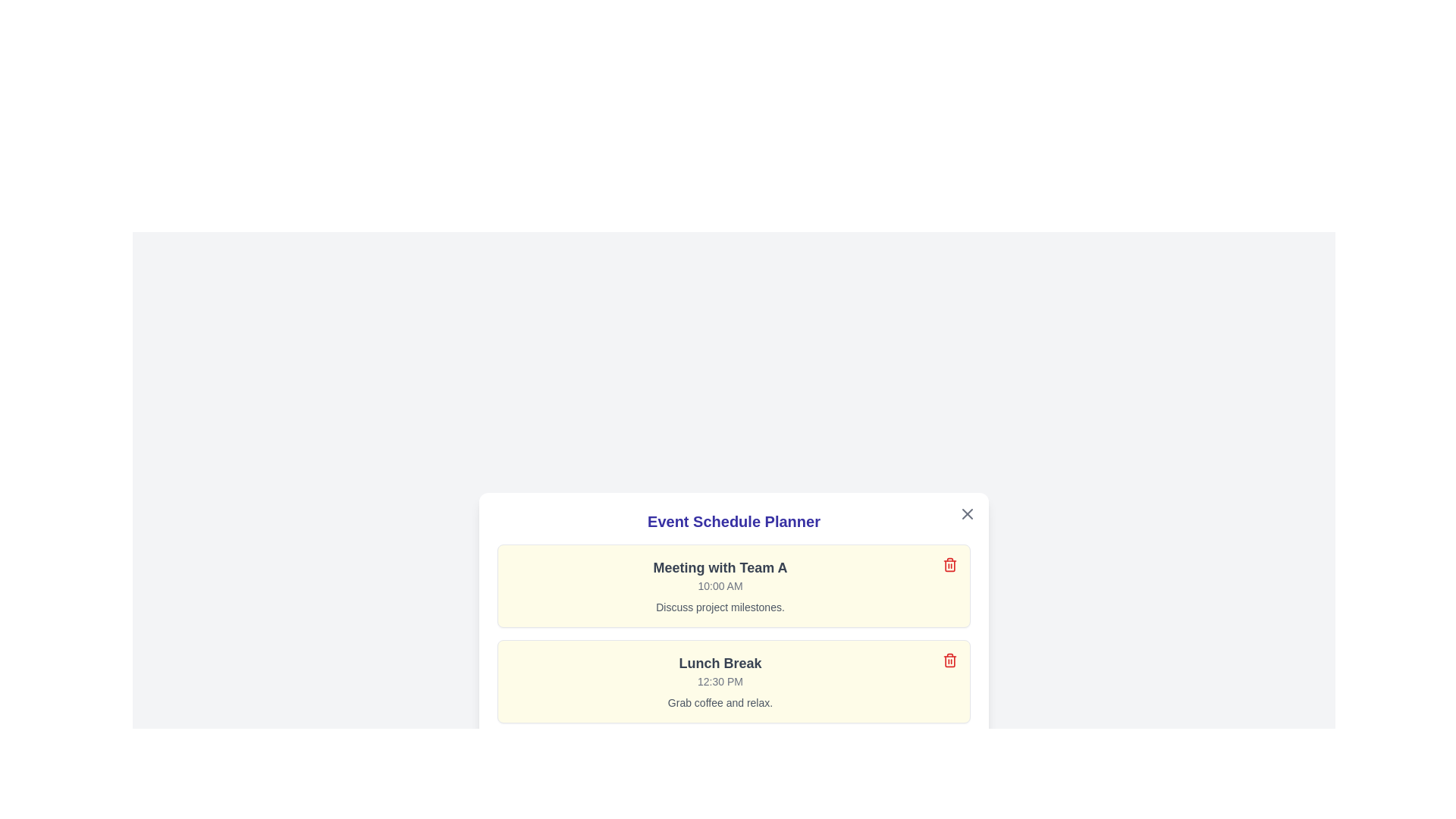  Describe the element at coordinates (734, 520) in the screenshot. I see `bold blue text titled 'Event Schedule Planner' located at the top section of the white card` at that location.